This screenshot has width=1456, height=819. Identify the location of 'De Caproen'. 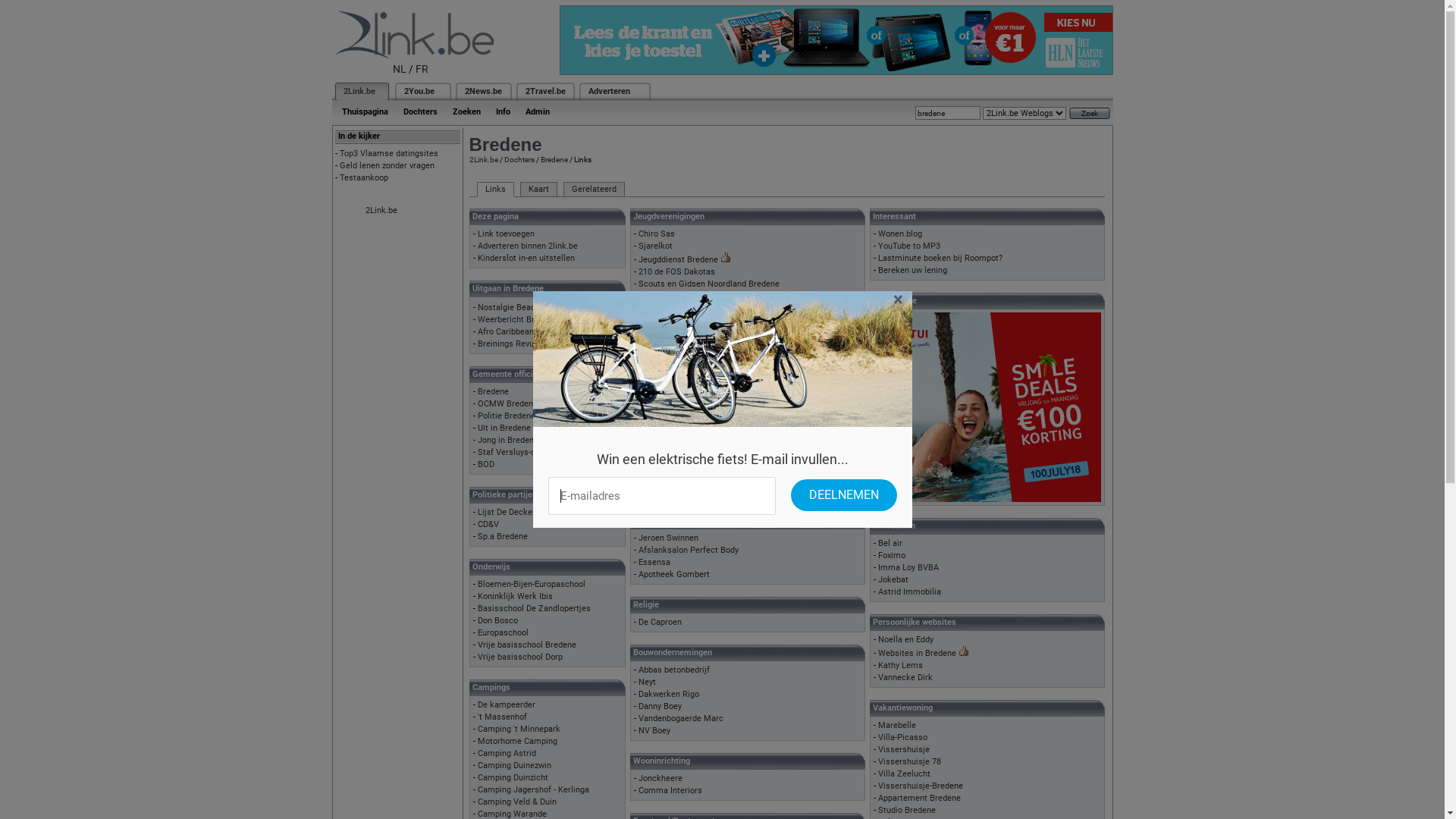
(660, 622).